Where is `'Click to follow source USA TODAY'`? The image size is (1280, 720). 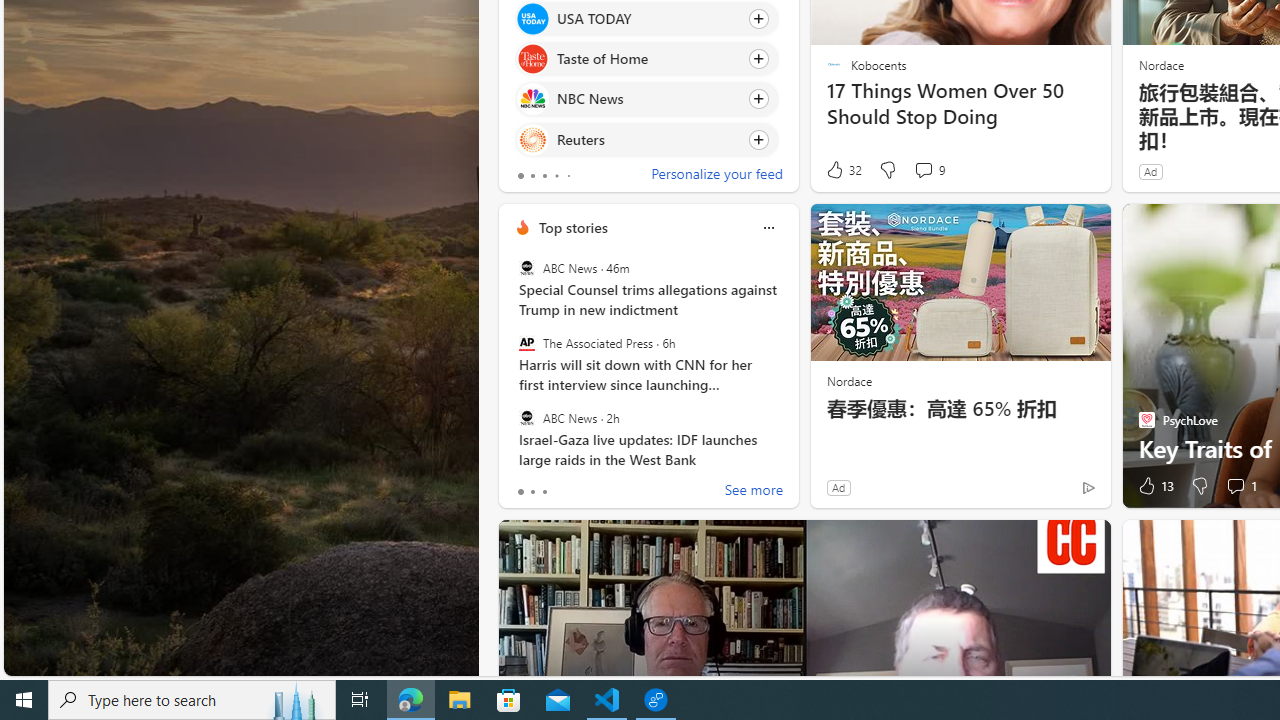
'Click to follow source USA TODAY' is located at coordinates (647, 18).